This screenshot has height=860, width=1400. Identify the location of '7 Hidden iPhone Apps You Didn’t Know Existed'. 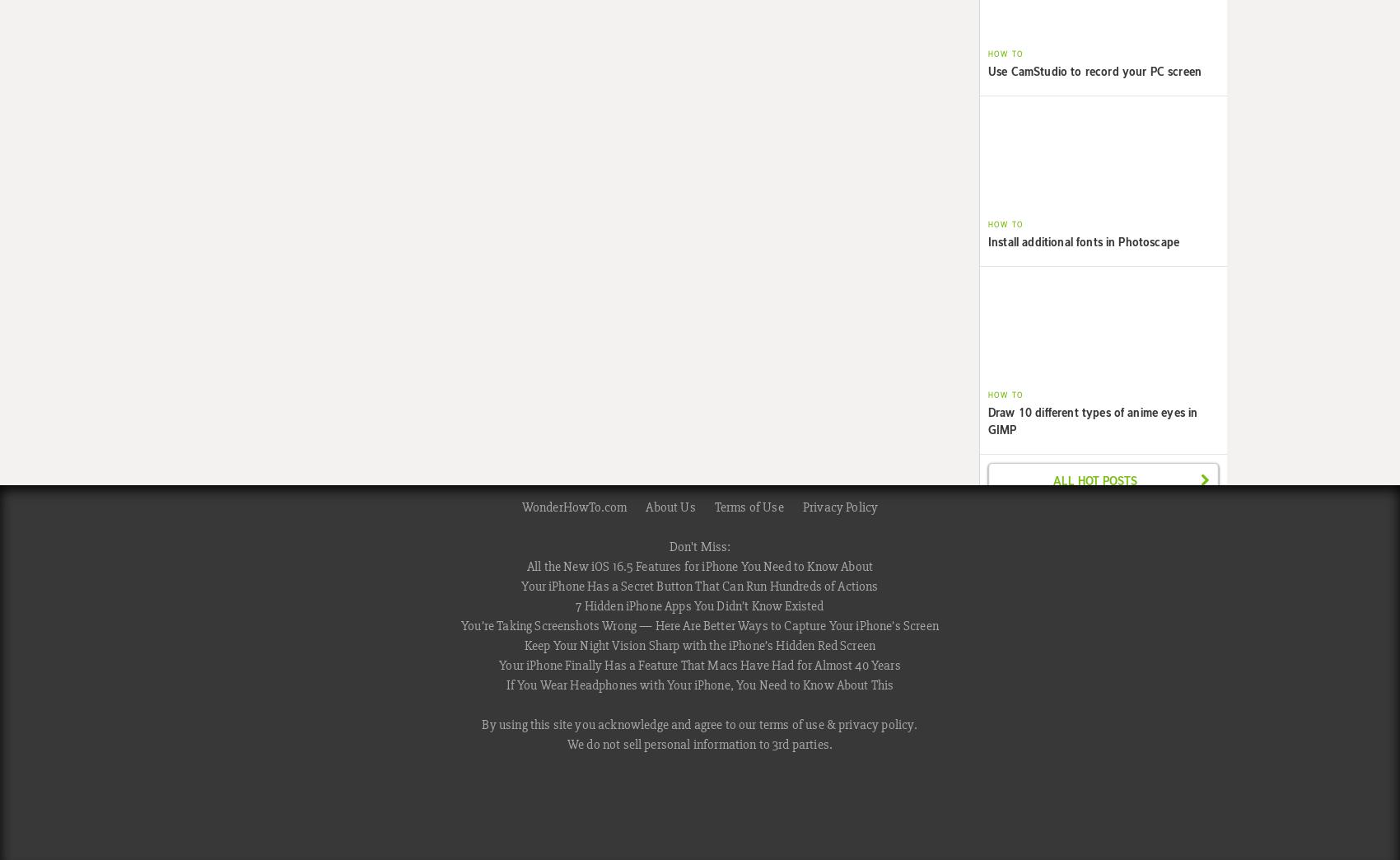
(698, 606).